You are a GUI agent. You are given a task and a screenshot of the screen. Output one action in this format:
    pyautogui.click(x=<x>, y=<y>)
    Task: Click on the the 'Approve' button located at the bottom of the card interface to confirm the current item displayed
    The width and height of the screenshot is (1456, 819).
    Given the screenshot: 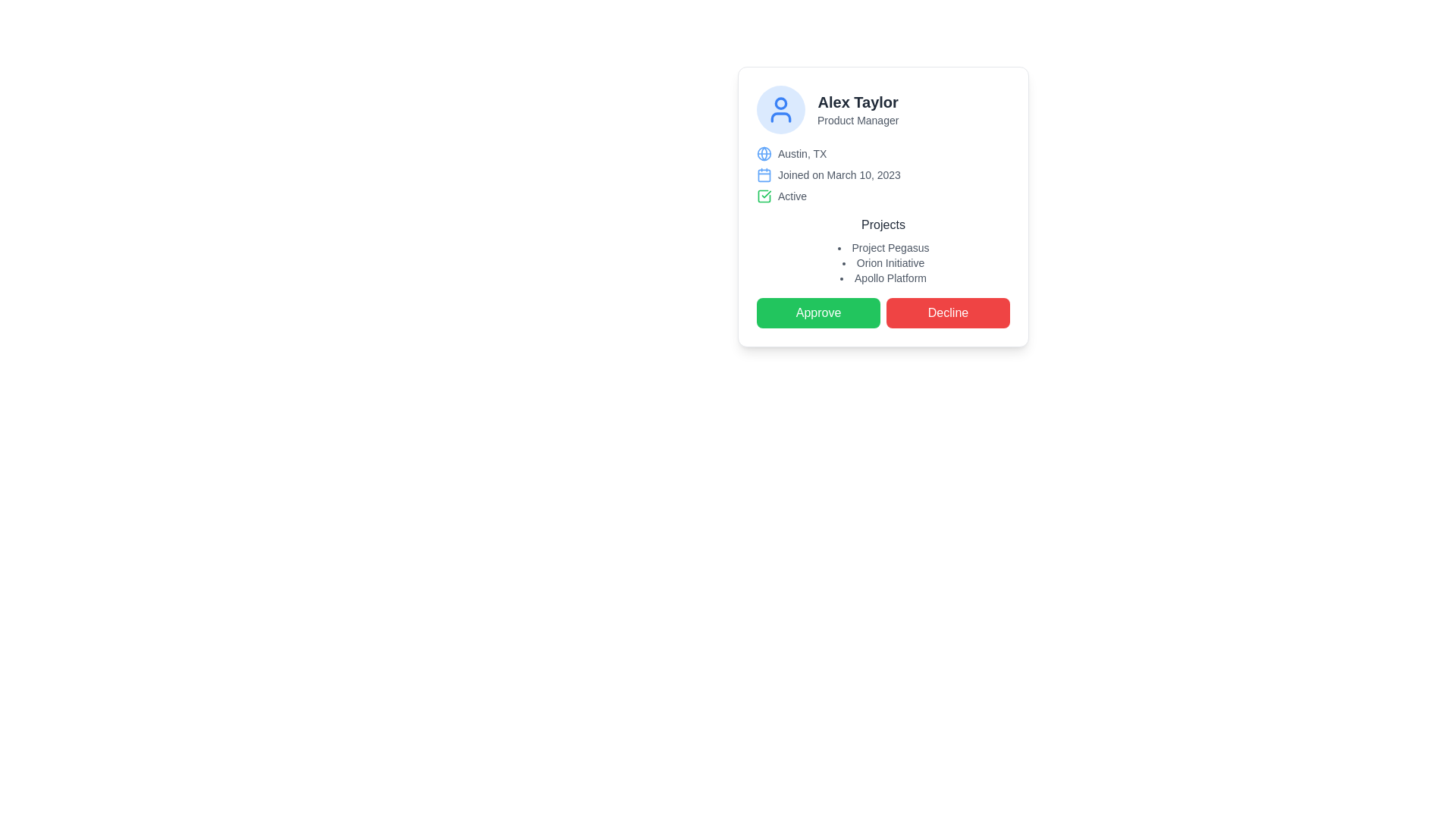 What is the action you would take?
    pyautogui.click(x=817, y=312)
    